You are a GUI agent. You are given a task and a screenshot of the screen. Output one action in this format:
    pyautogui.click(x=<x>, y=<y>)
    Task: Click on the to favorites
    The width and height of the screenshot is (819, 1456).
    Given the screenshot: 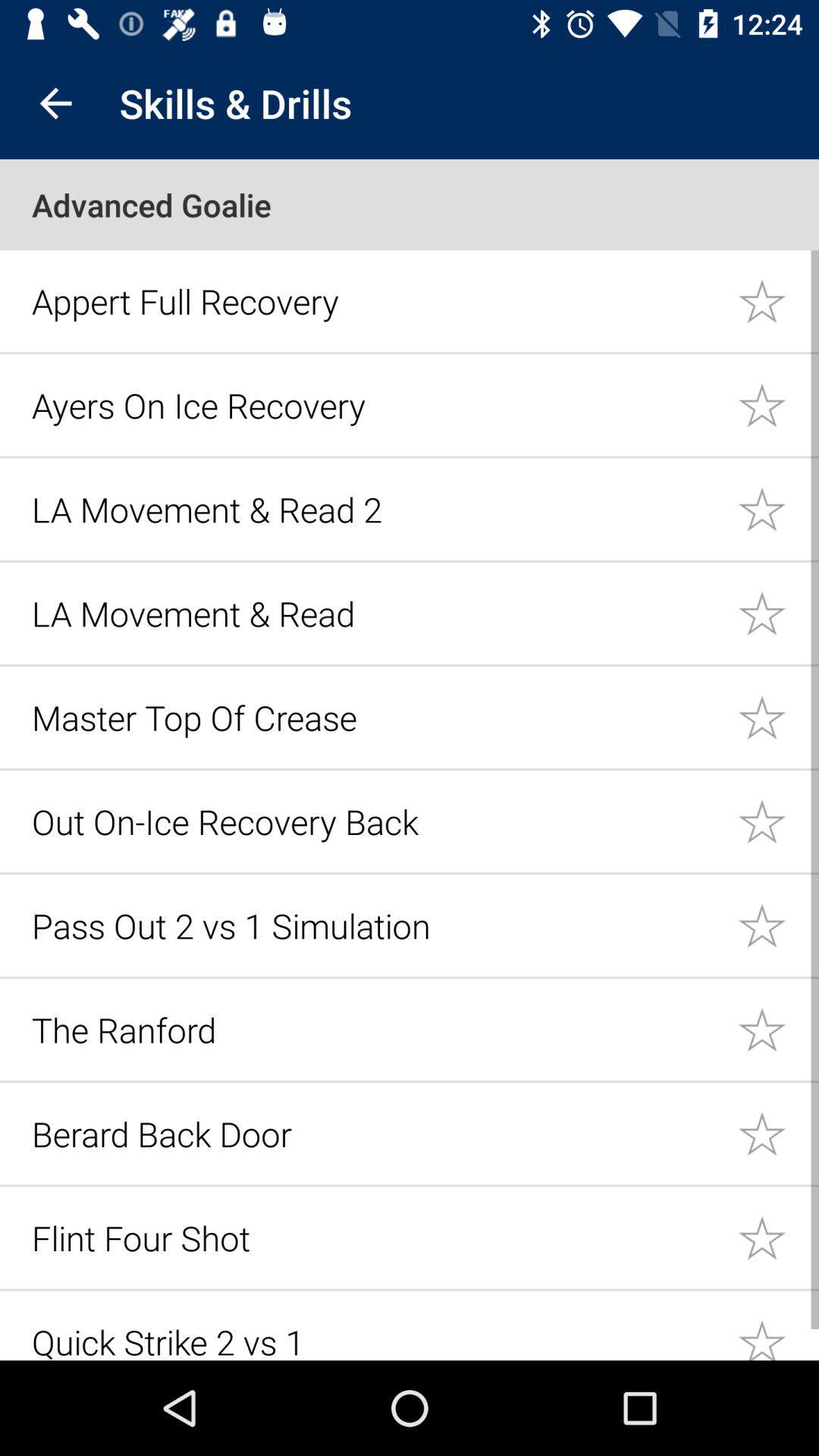 What is the action you would take?
    pyautogui.click(x=778, y=924)
    